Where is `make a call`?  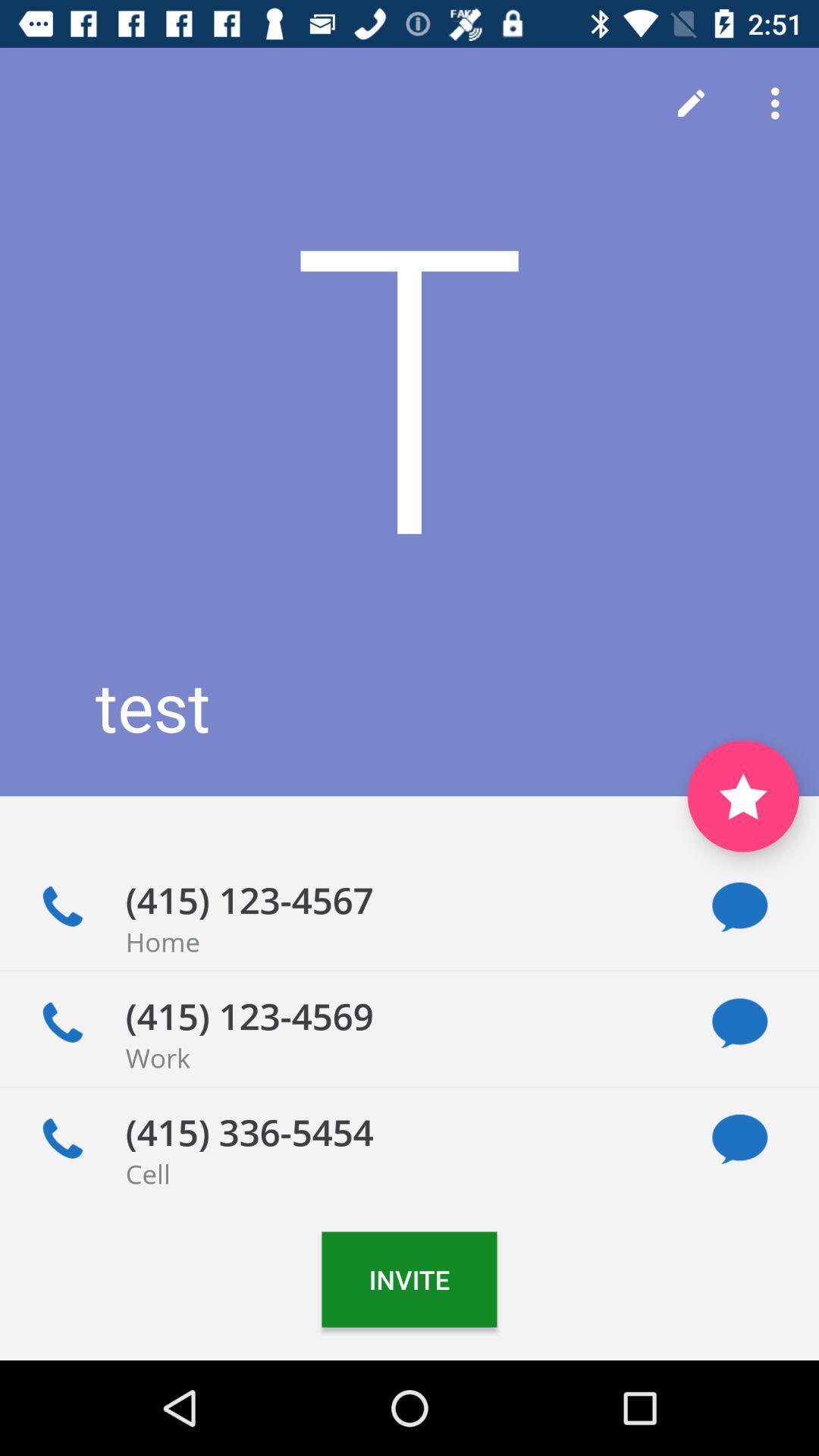 make a call is located at coordinates (61, 1023).